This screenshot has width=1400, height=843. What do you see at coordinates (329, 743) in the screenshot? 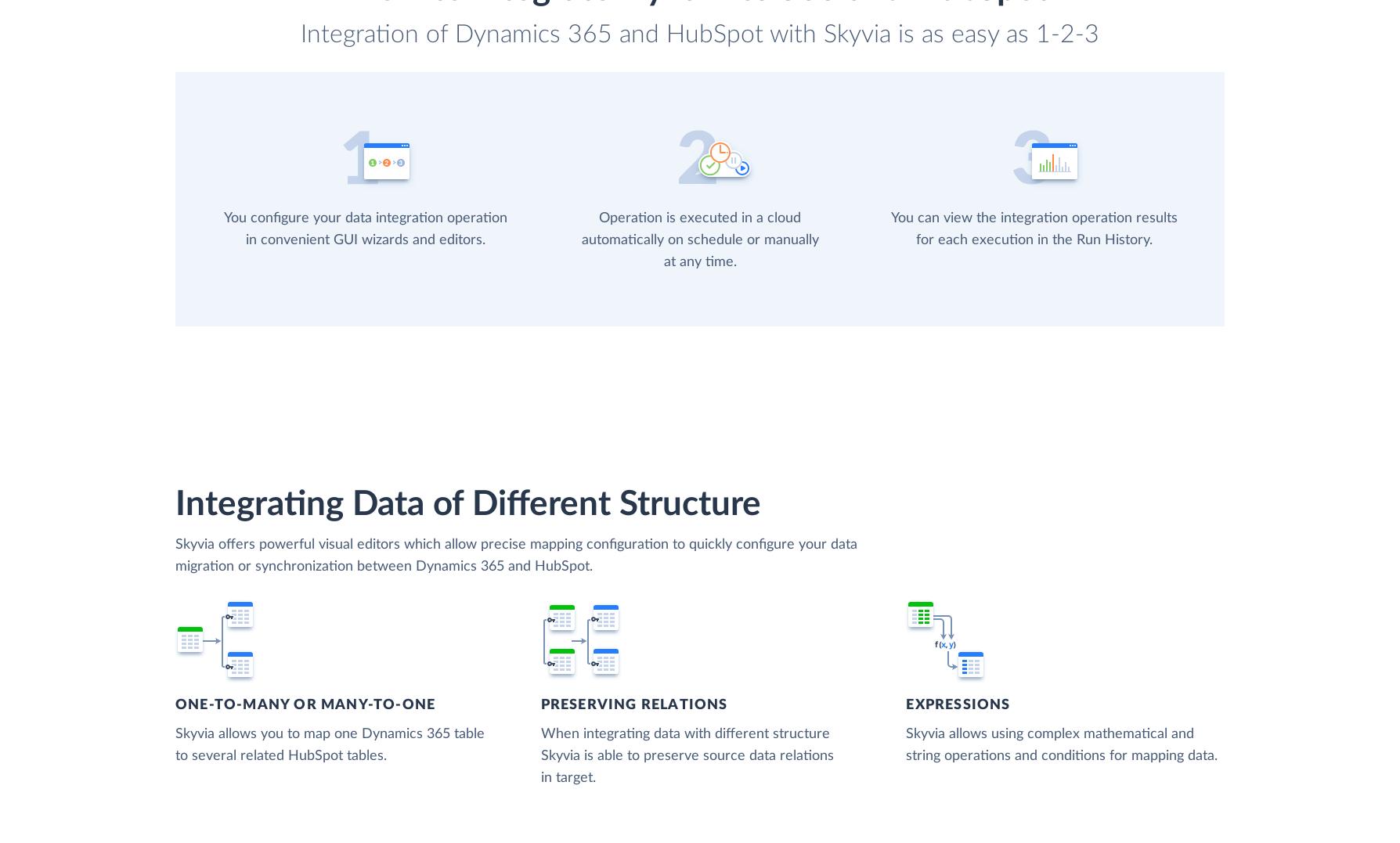
I see `'Skyvia allows you to map one Dynamics 365 table to several related HubSpot tables.'` at bounding box center [329, 743].